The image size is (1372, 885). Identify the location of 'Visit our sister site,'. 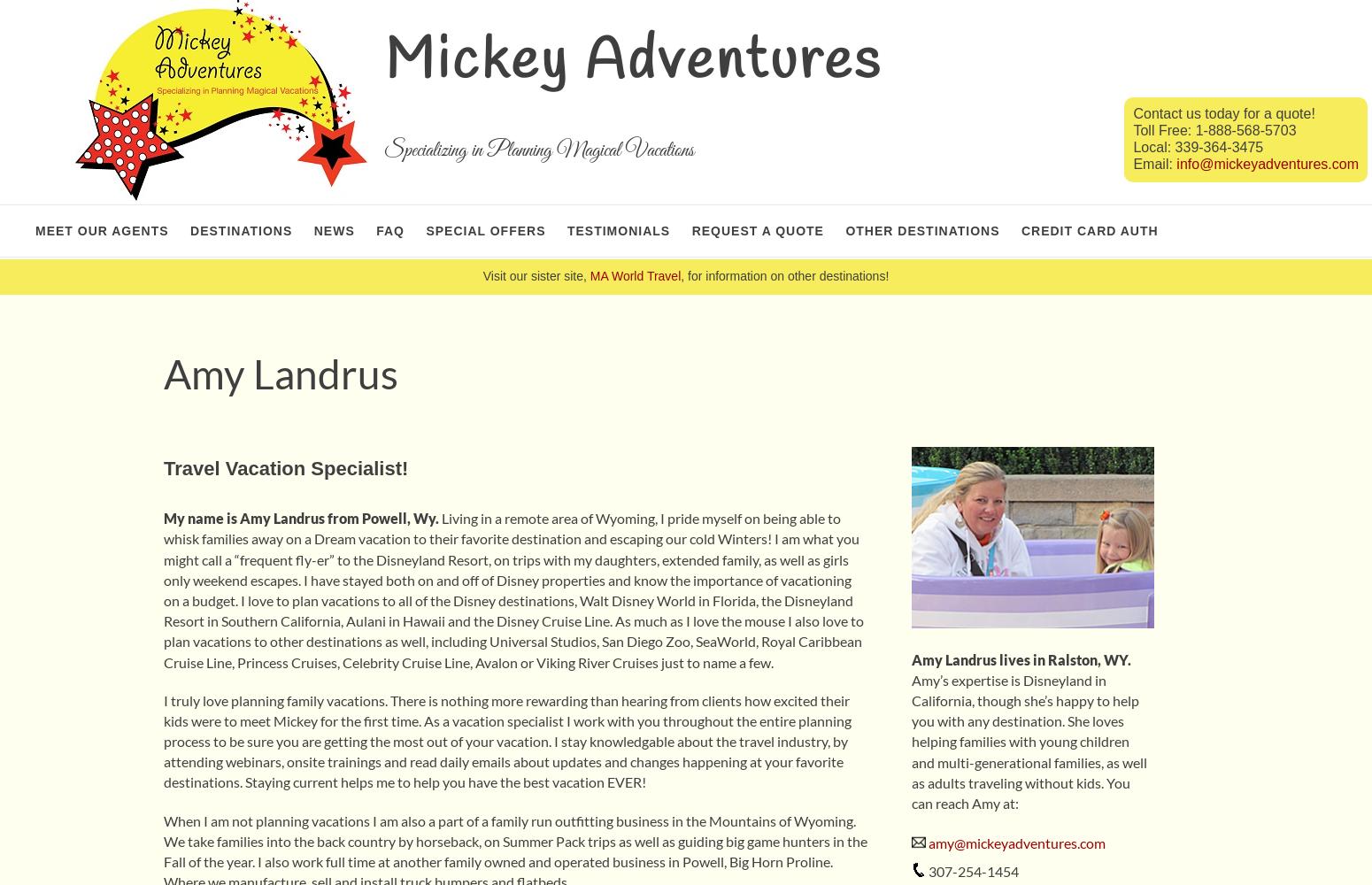
(536, 276).